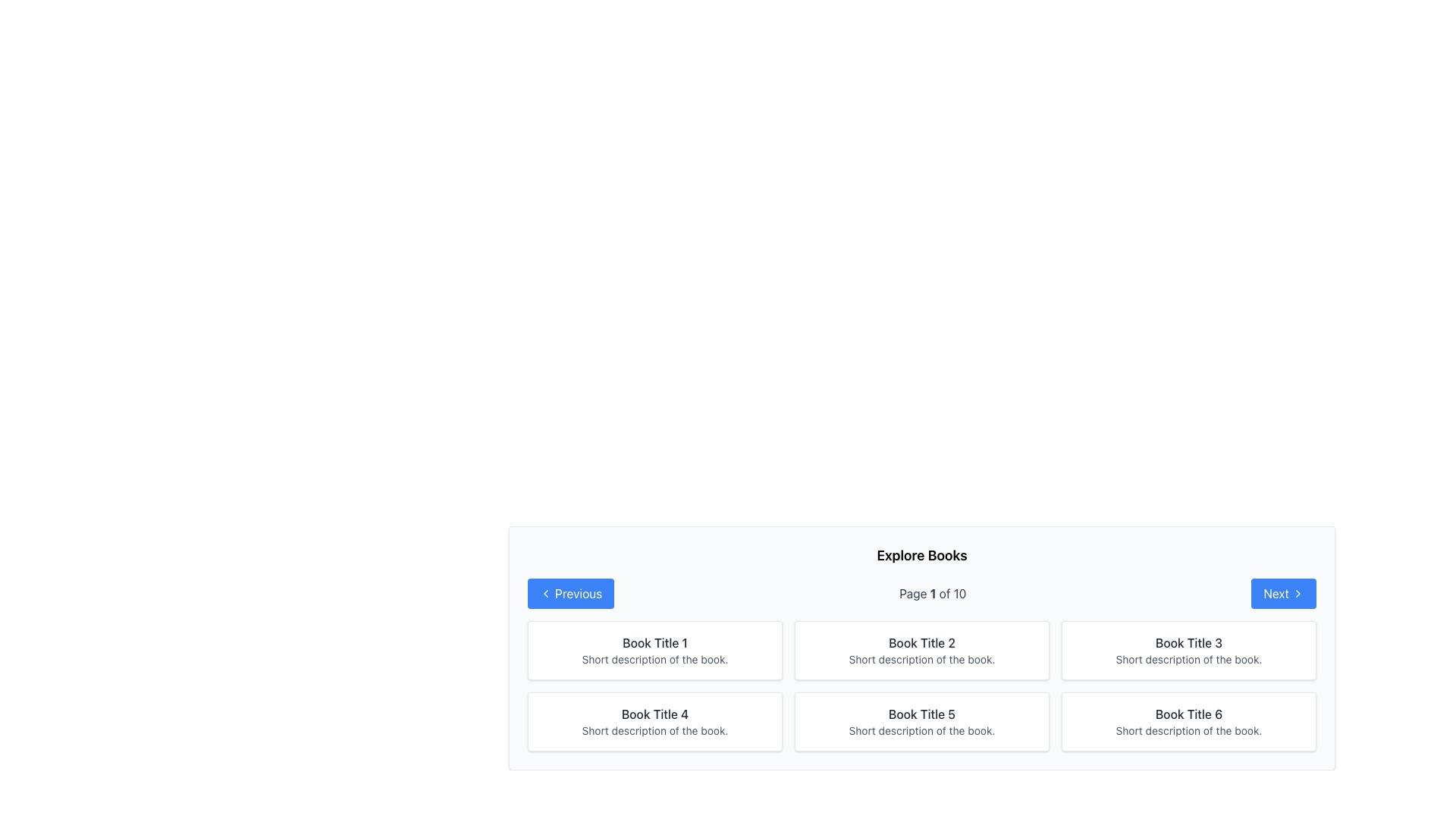 The width and height of the screenshot is (1456, 819). I want to click on the text label providing a brief description of a book, located in the second column of the top row, immediately below 'Book Title 2', so click(921, 659).